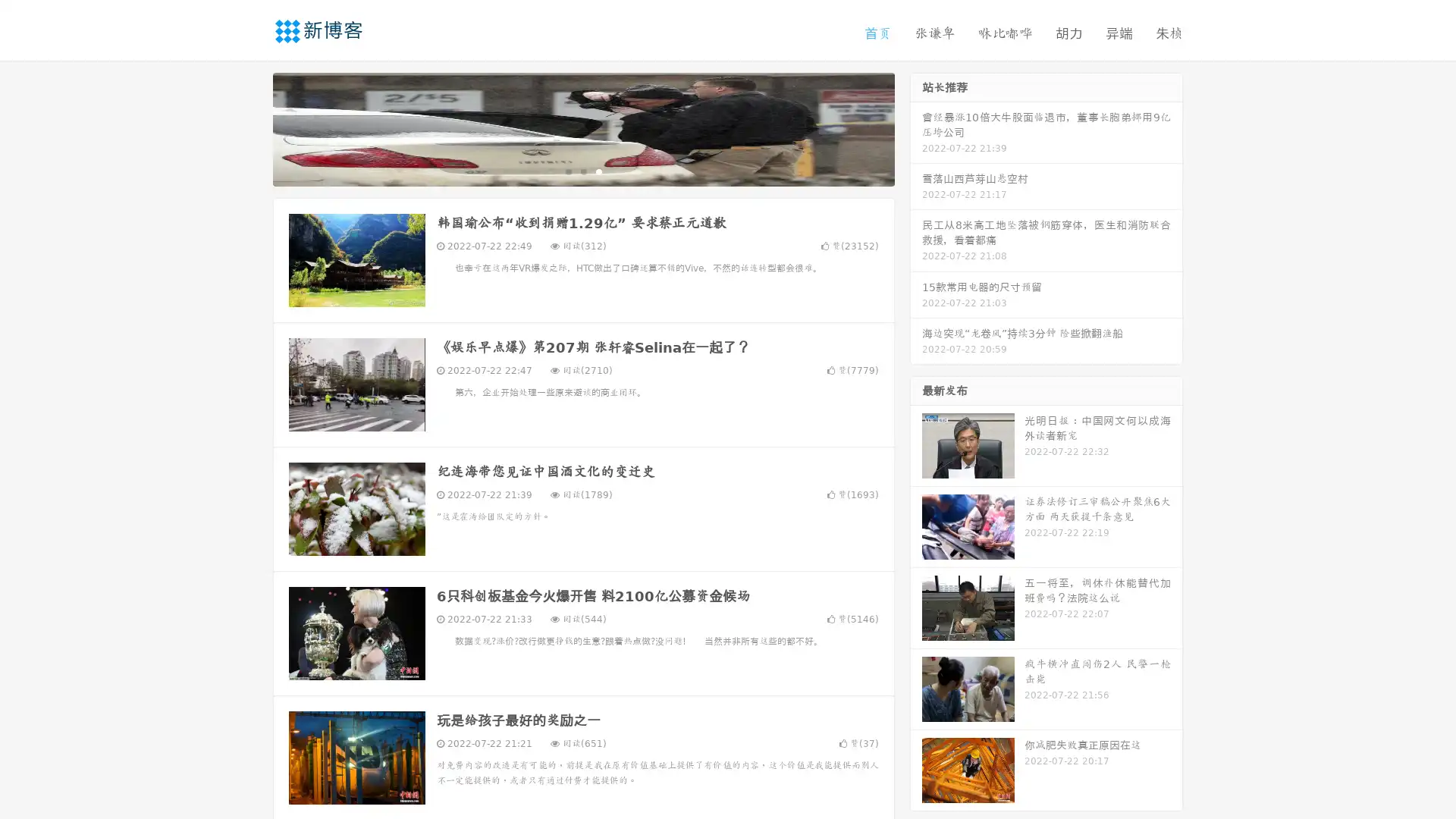  I want to click on Next slide, so click(916, 127).